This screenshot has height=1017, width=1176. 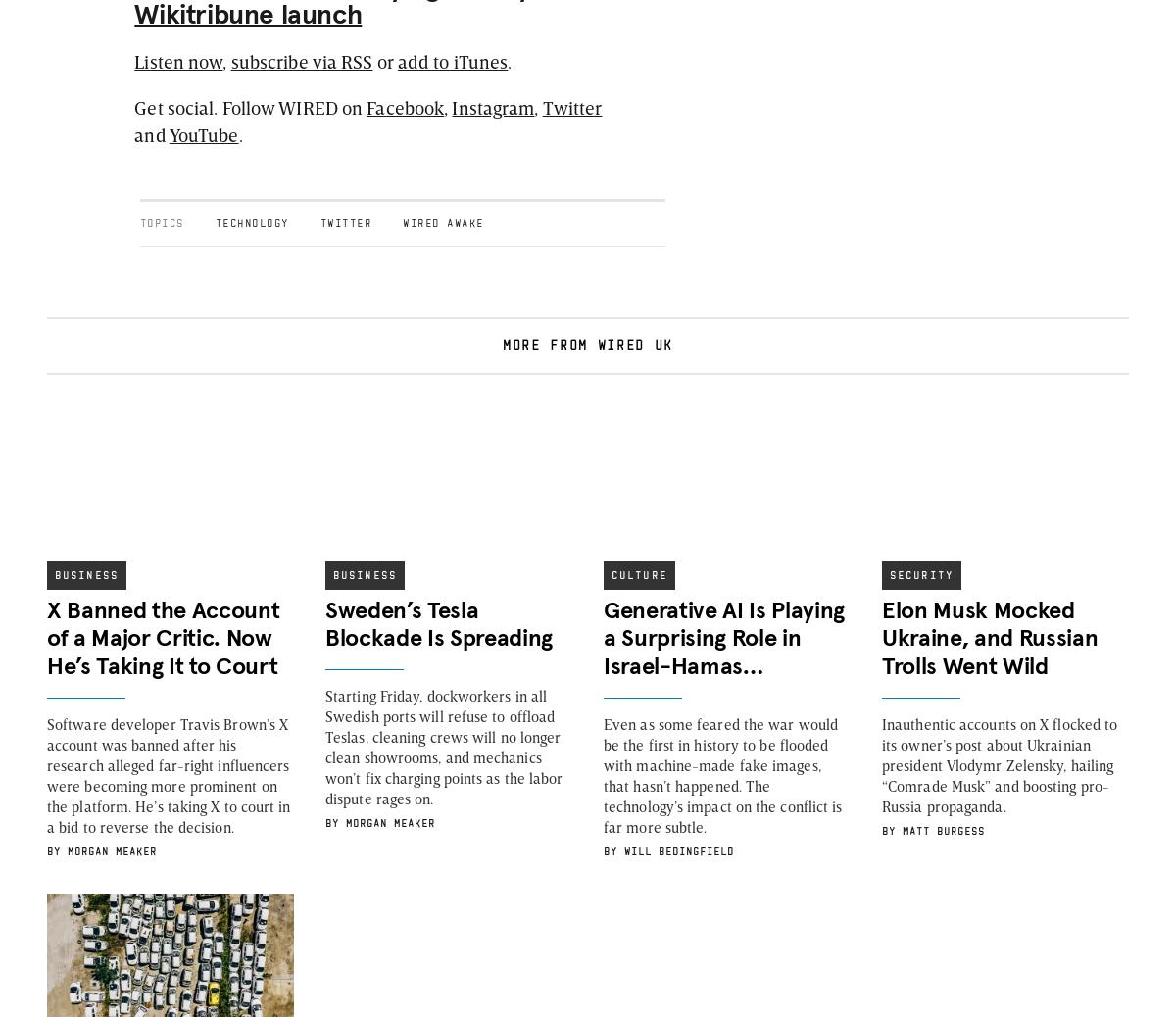 What do you see at coordinates (903, 829) in the screenshot?
I see `'Matt Burgess'` at bounding box center [903, 829].